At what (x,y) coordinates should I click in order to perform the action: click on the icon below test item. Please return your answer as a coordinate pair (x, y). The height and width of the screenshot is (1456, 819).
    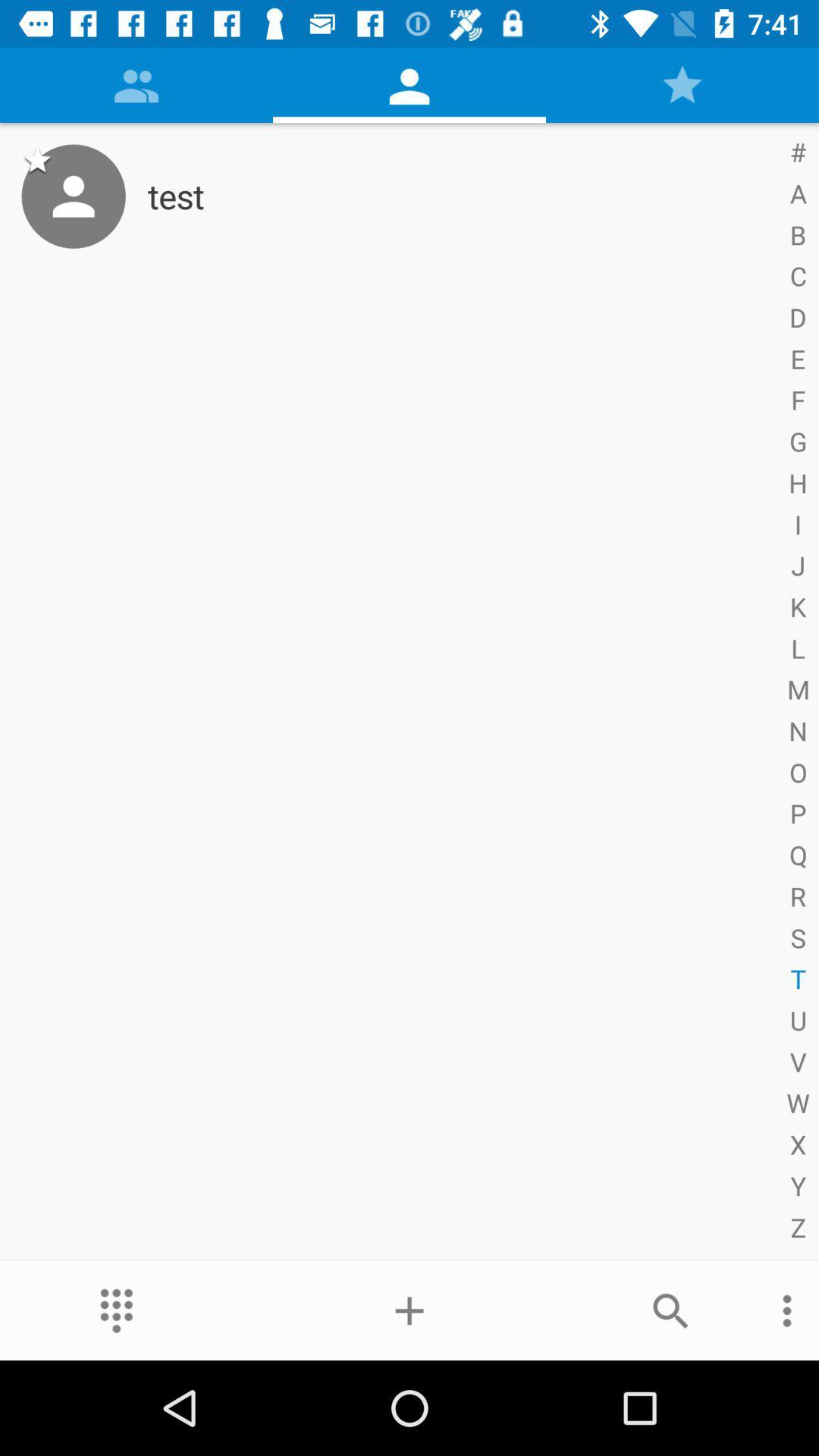
    Looking at the image, I should click on (409, 1310).